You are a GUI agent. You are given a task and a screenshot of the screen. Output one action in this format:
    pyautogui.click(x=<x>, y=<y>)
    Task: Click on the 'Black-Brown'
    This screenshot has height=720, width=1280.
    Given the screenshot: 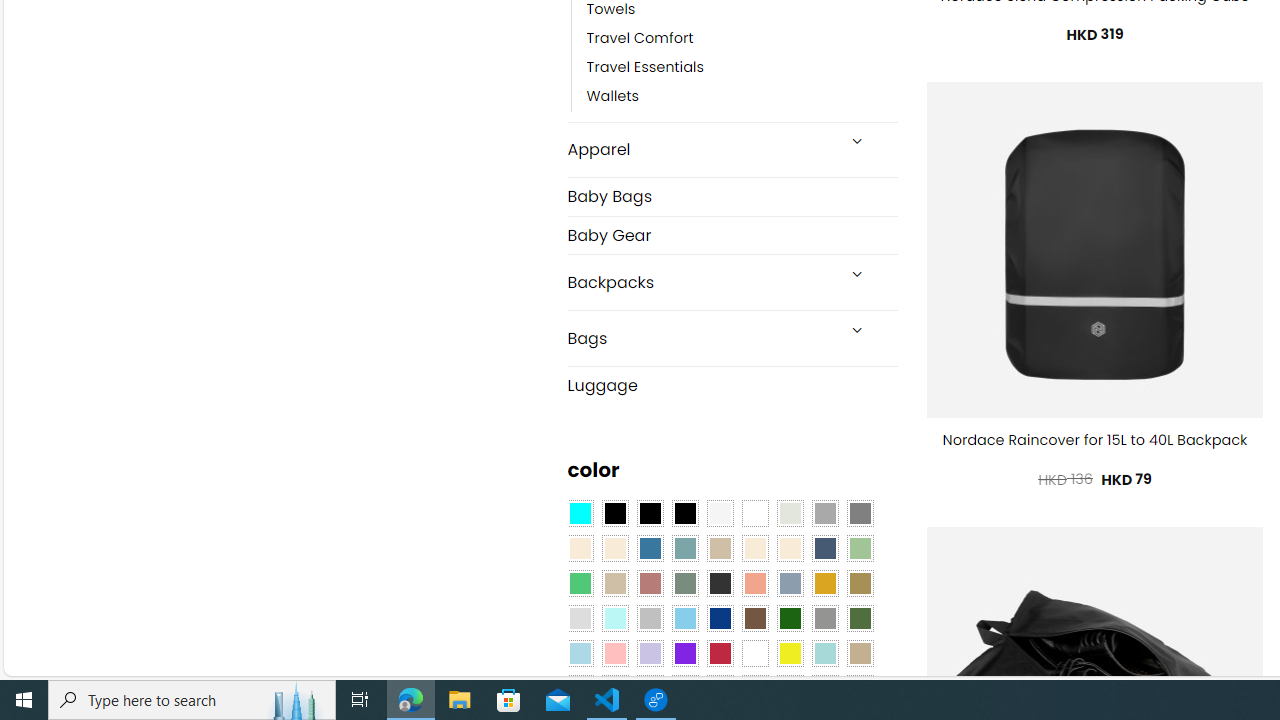 What is the action you would take?
    pyautogui.click(x=684, y=513)
    